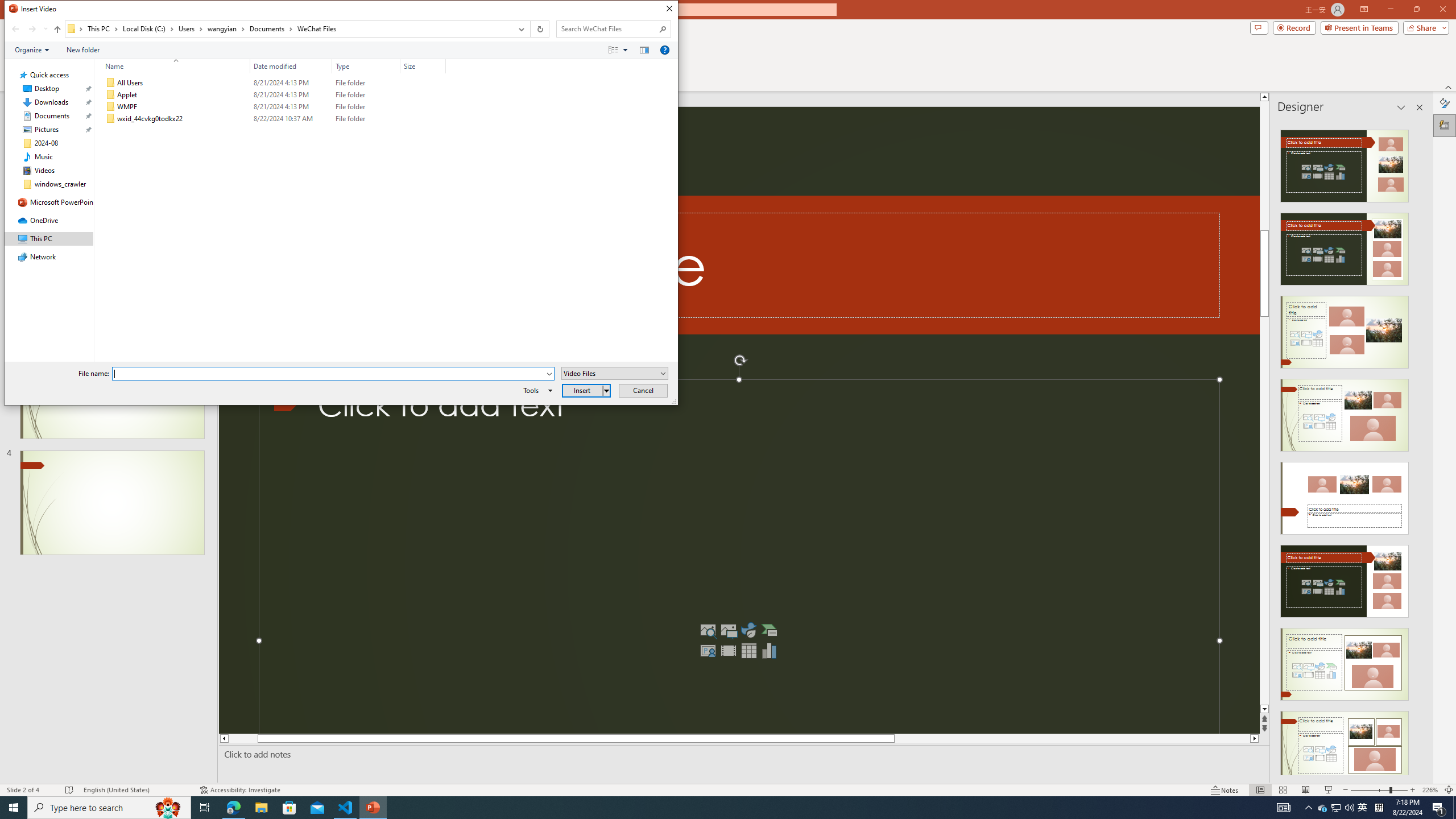  I want to click on 'This PC', so click(102, 28).